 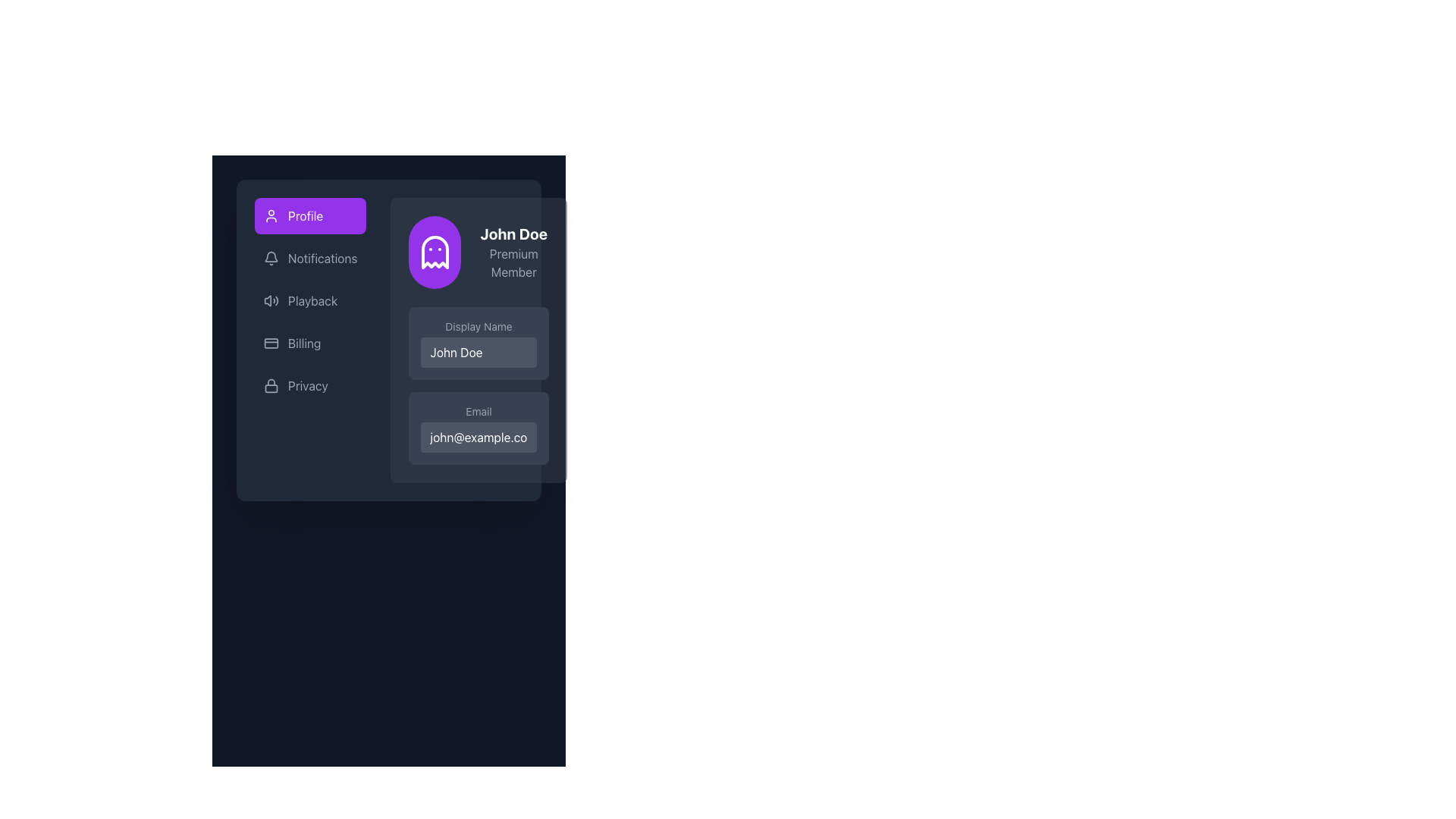 I want to click on the playful ghost SVG icon within the purple circular background, which is located to the left of the text 'John Doe Premium Member' in the profile card section, so click(x=434, y=251).